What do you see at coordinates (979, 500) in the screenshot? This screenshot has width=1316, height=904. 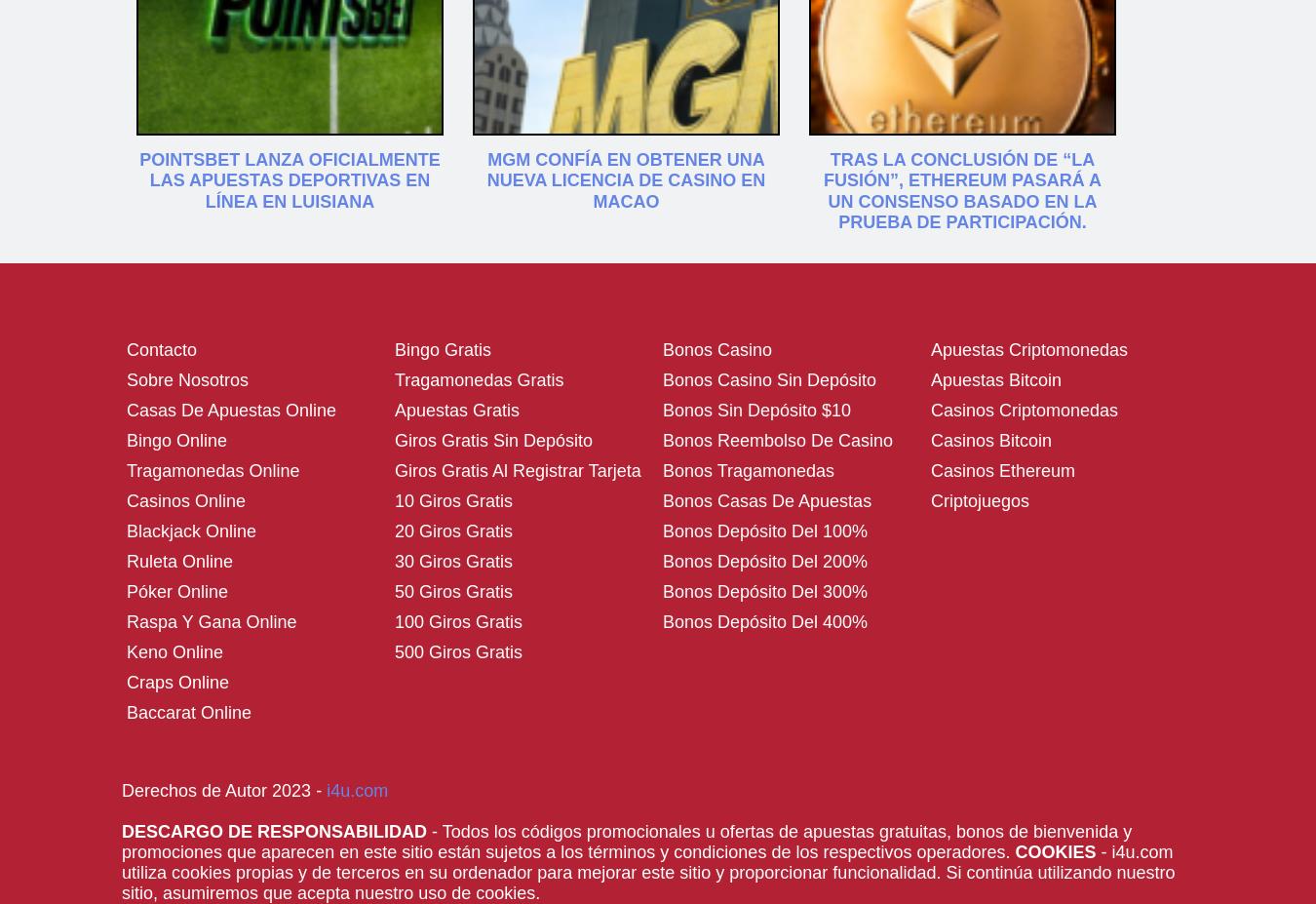 I see `'Criptojuegos'` at bounding box center [979, 500].